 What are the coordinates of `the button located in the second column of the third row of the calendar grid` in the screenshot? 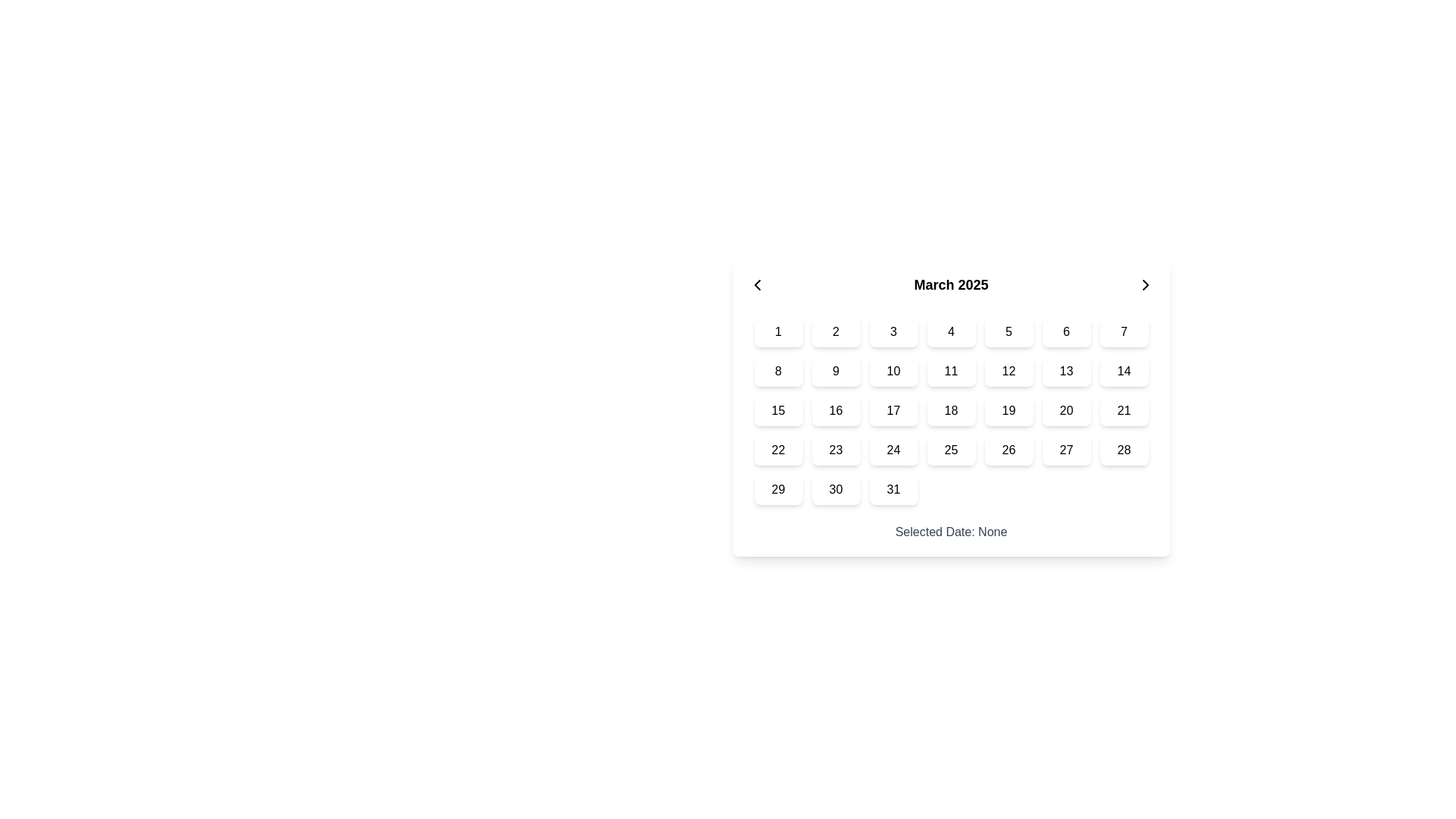 It's located at (835, 411).